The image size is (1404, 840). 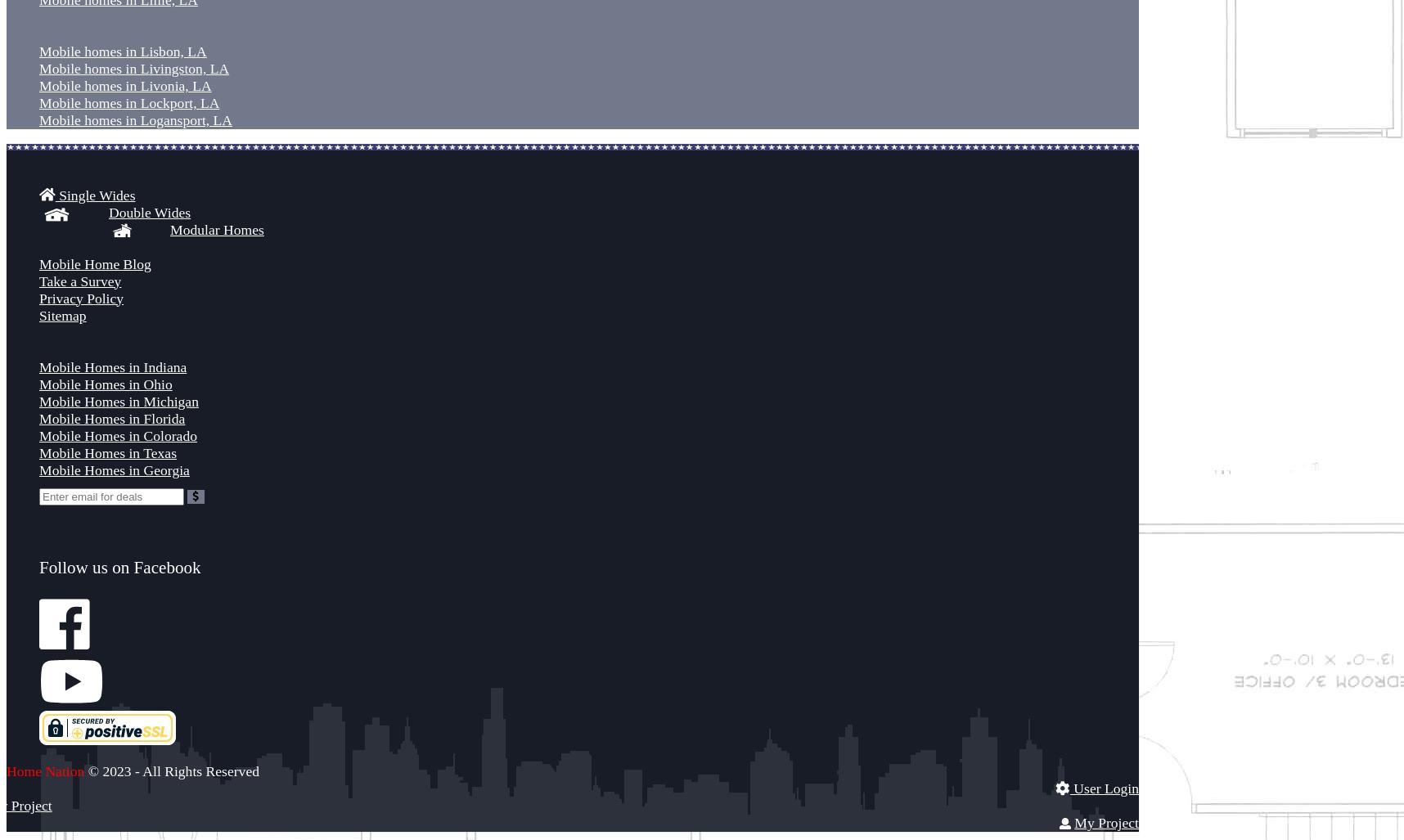 I want to click on 'Mobile homes in Livingston, LA', so click(x=134, y=68).